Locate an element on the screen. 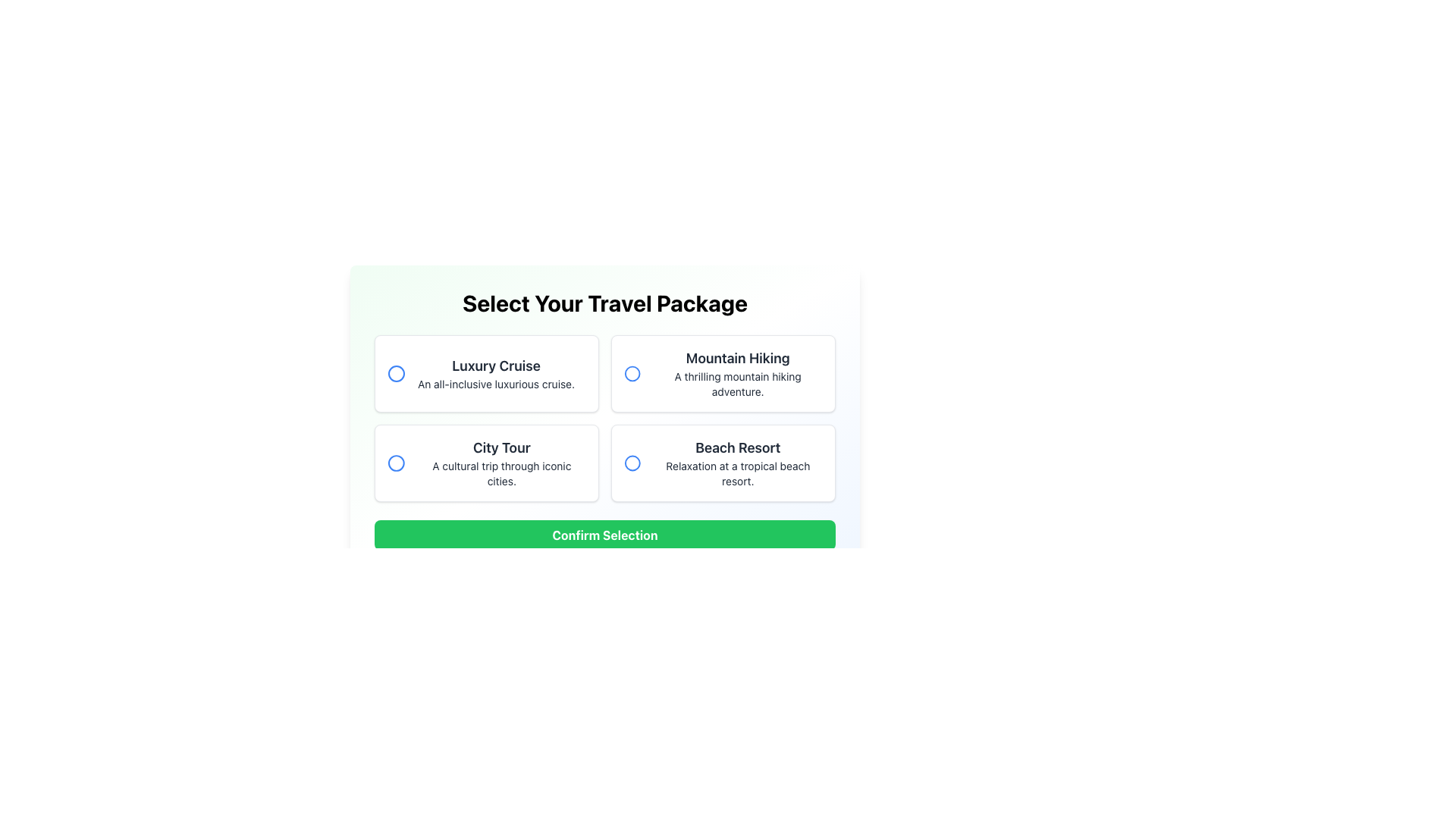 This screenshot has height=819, width=1456. text displayed in the Text Display component labeled 'Beach Resort' located in the bottom-right grid option of travel packages is located at coordinates (738, 462).